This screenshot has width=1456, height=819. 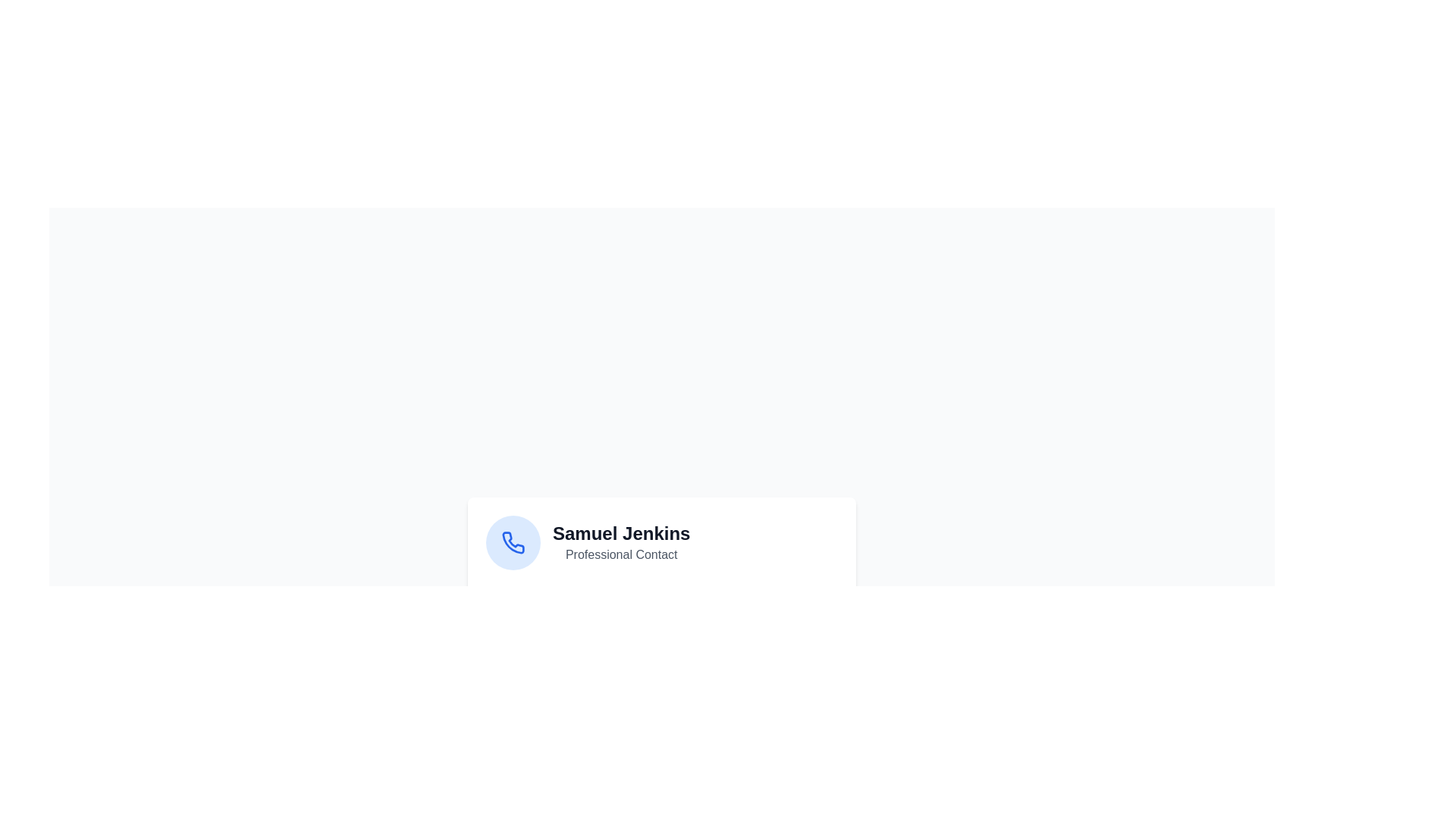 What do you see at coordinates (513, 542) in the screenshot?
I see `the phone SVG icon with a light blue circular background located to the left of the text 'Samuel Jenkins' to initiate a call or view contact details` at bounding box center [513, 542].